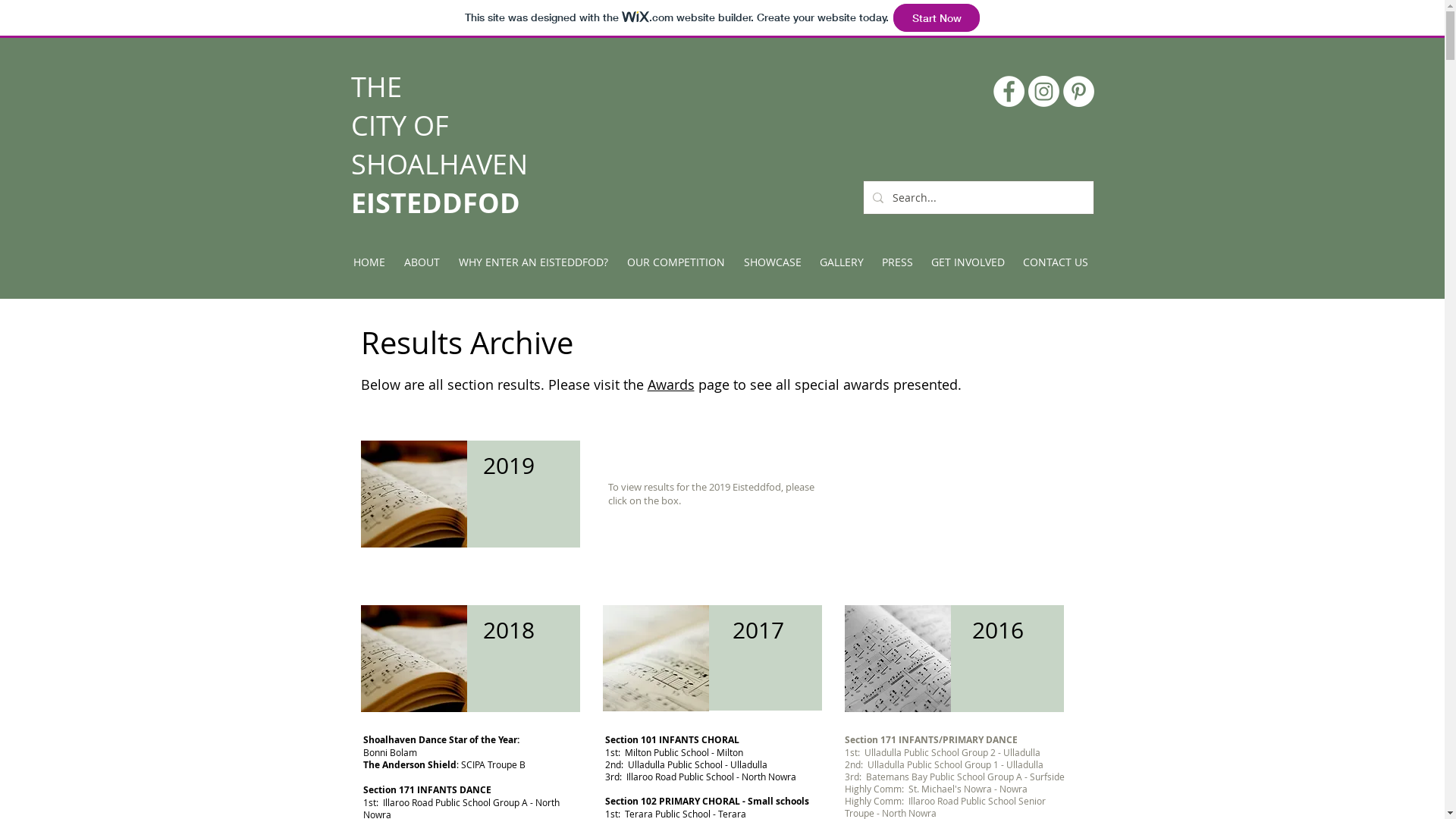  What do you see at coordinates (811, 262) in the screenshot?
I see `'GALLERY'` at bounding box center [811, 262].